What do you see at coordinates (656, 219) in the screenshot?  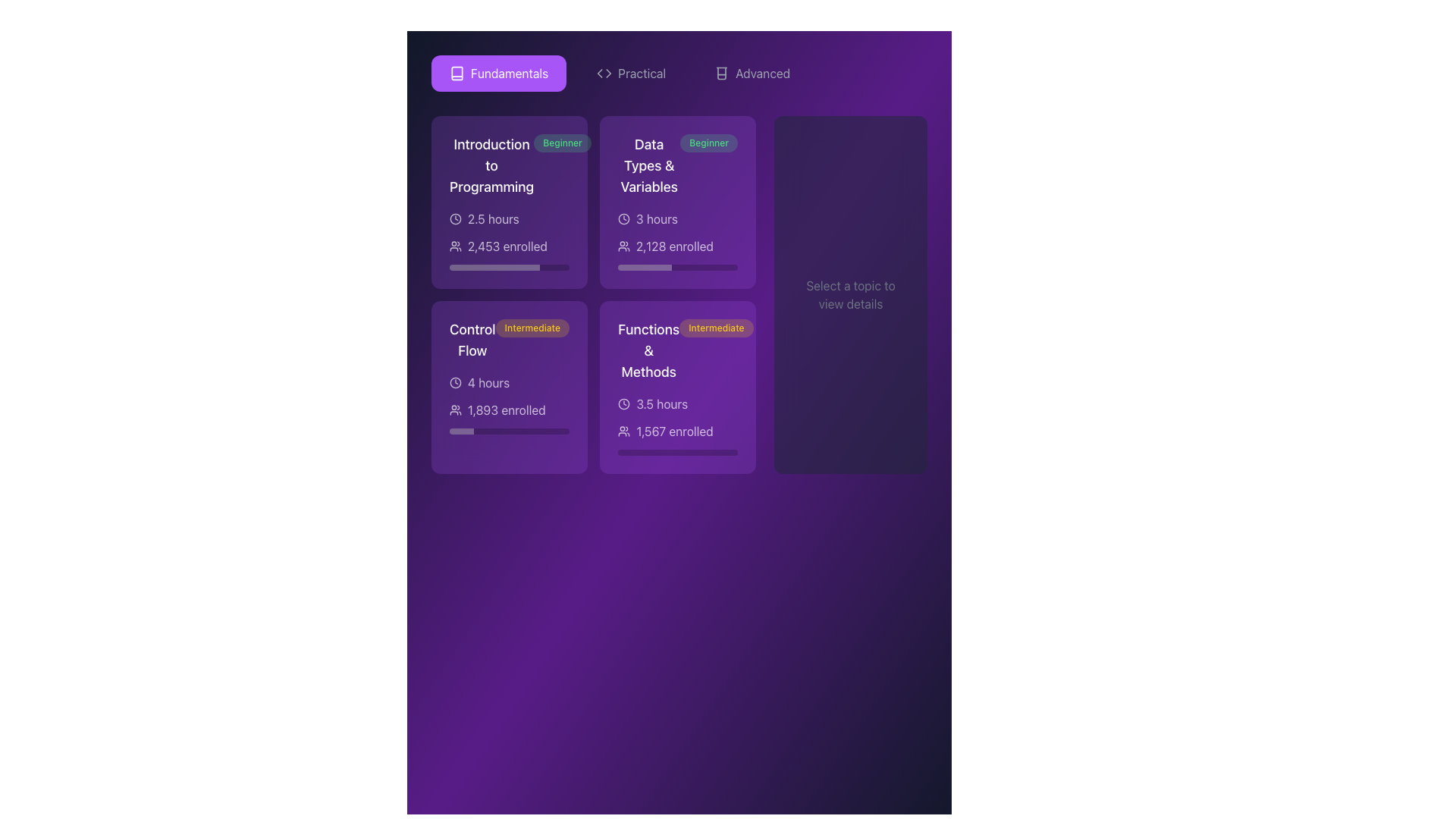 I see `the text label indicating a duration of 3 hours, associated with the 'Data Types & Variables' course, located to the right of the clock icon in the second row of the interface` at bounding box center [656, 219].